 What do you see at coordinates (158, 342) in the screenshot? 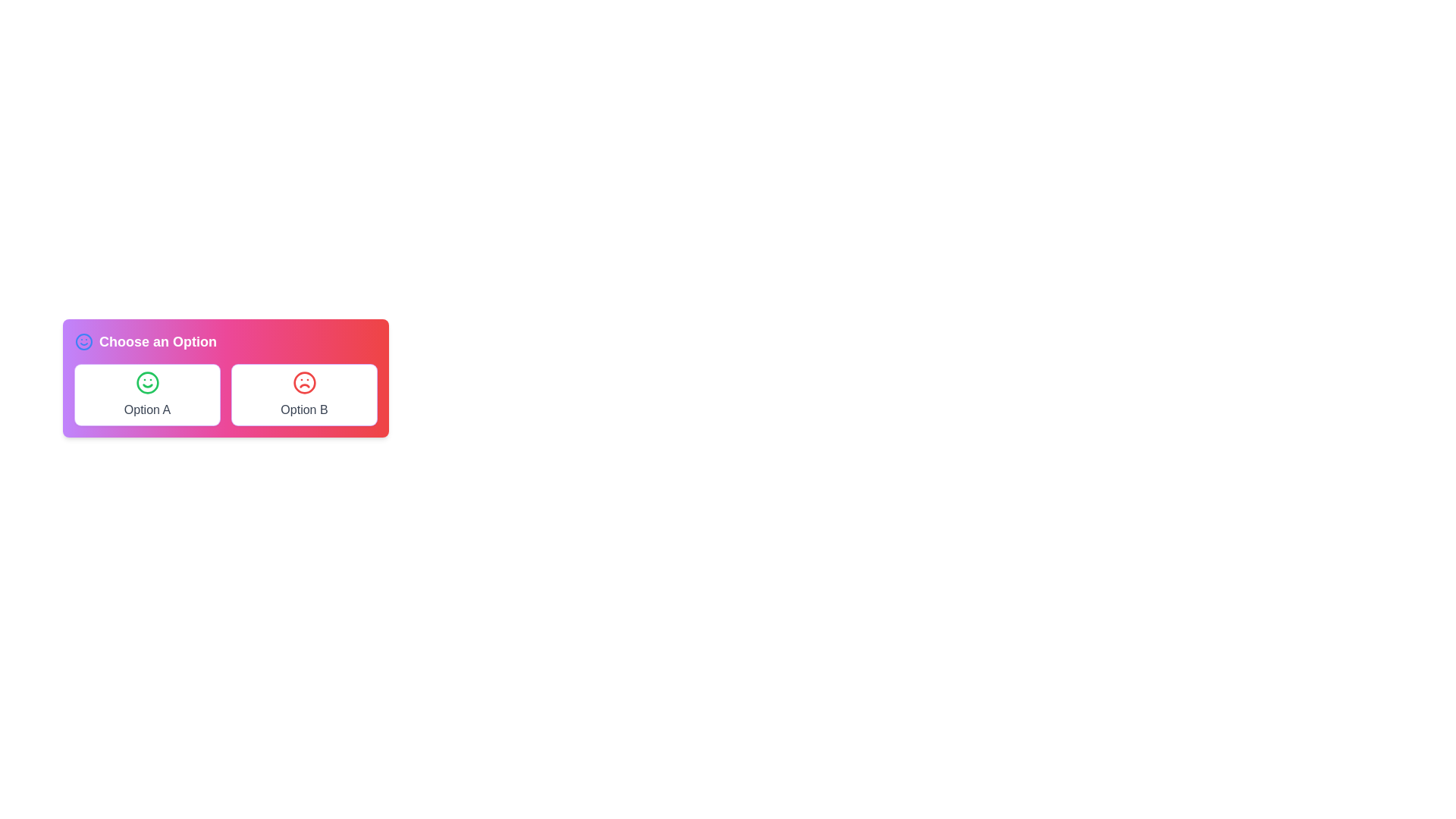
I see `the Text Label that serves as a title or prompt for the choices presented below, located to the right of a smiley face icon` at bounding box center [158, 342].